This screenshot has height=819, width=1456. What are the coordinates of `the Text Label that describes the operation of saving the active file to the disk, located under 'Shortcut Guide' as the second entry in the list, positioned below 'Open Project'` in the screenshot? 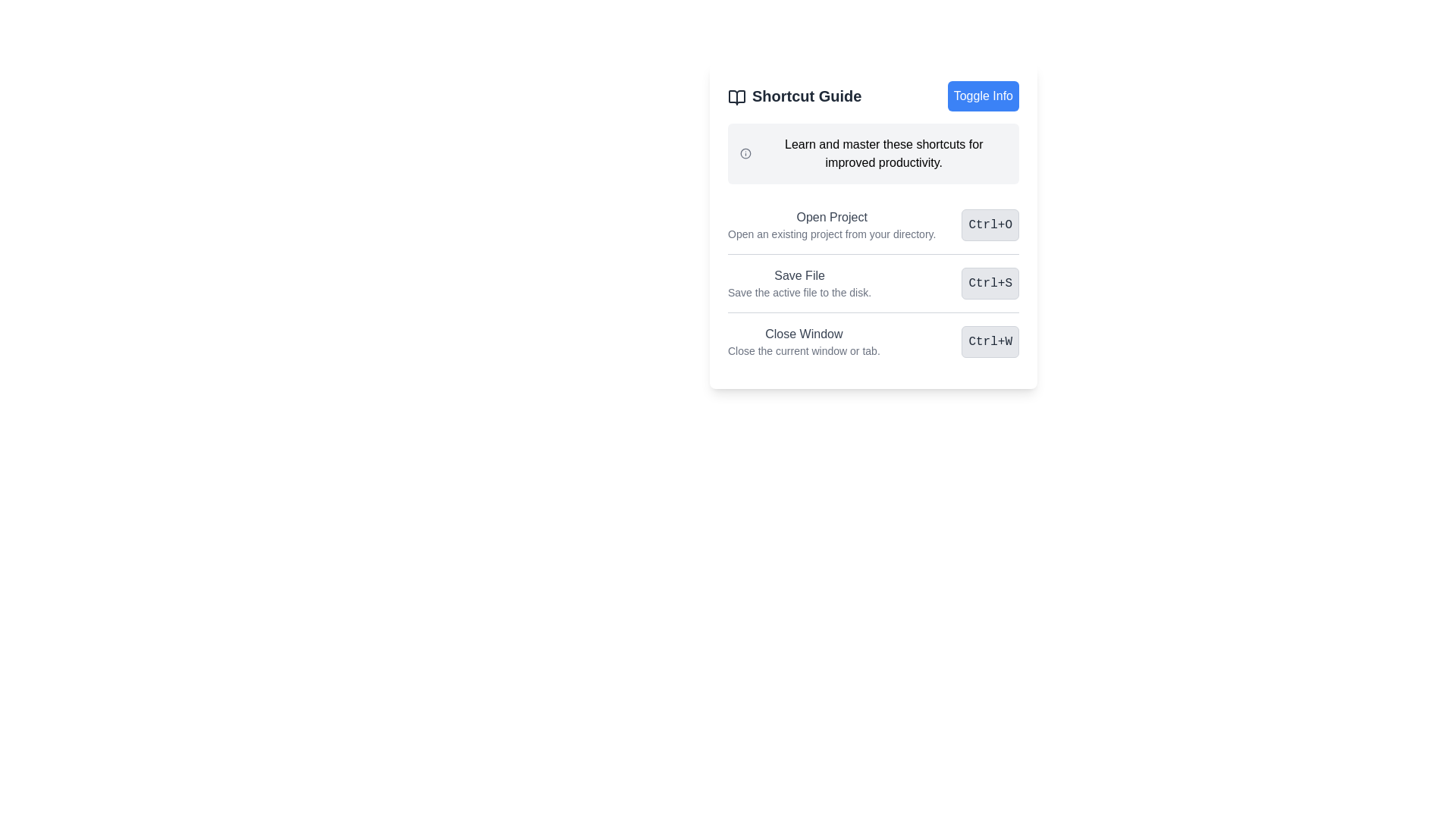 It's located at (799, 275).